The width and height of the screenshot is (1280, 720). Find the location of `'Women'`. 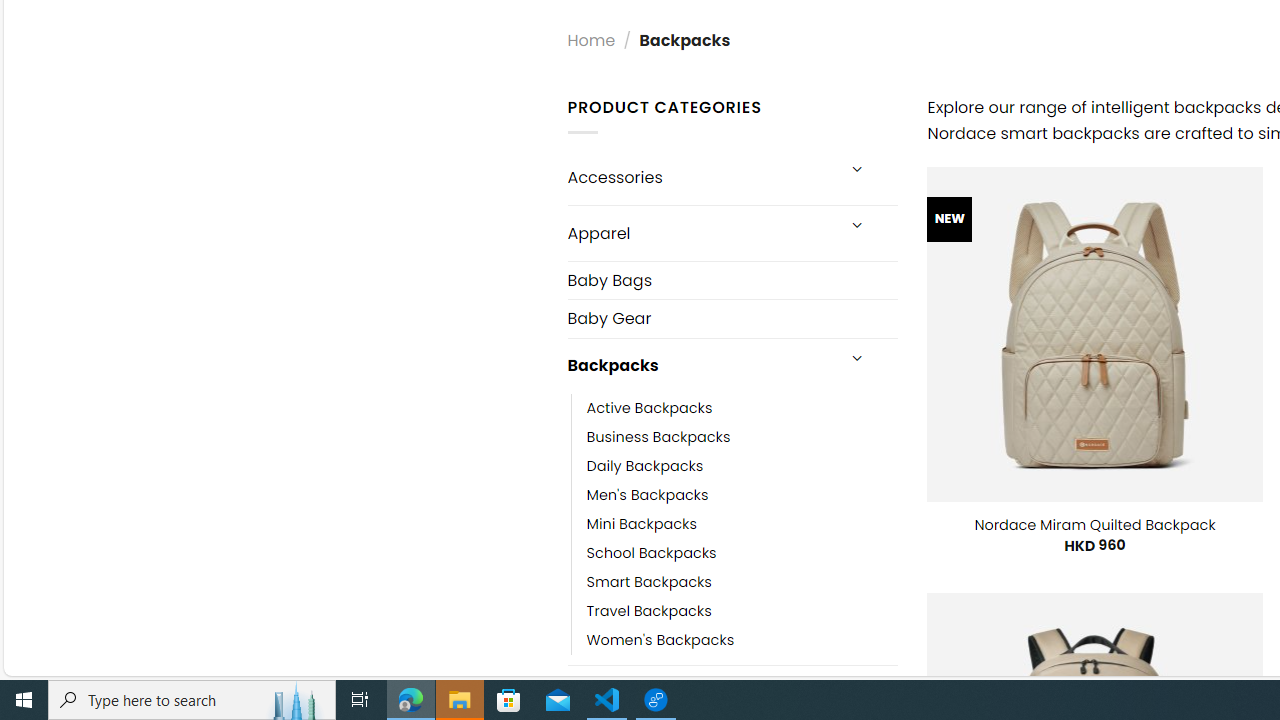

'Women' is located at coordinates (660, 640).